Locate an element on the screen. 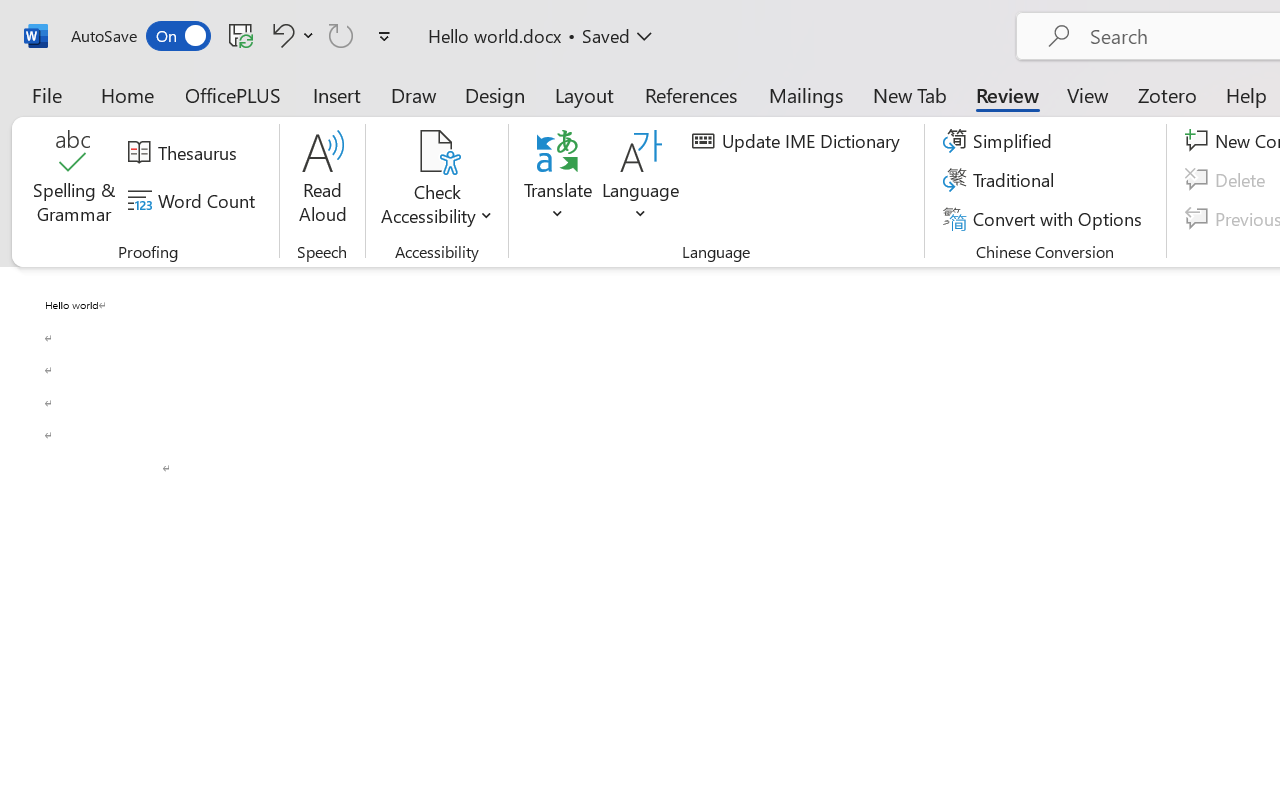 The image size is (1280, 800). 'References' is located at coordinates (691, 94).